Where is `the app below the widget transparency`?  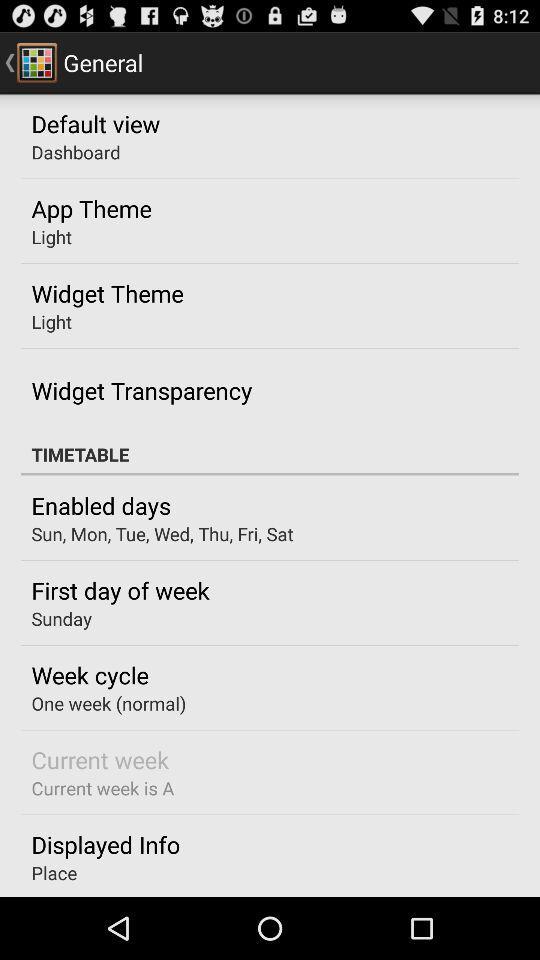
the app below the widget transparency is located at coordinates (270, 454).